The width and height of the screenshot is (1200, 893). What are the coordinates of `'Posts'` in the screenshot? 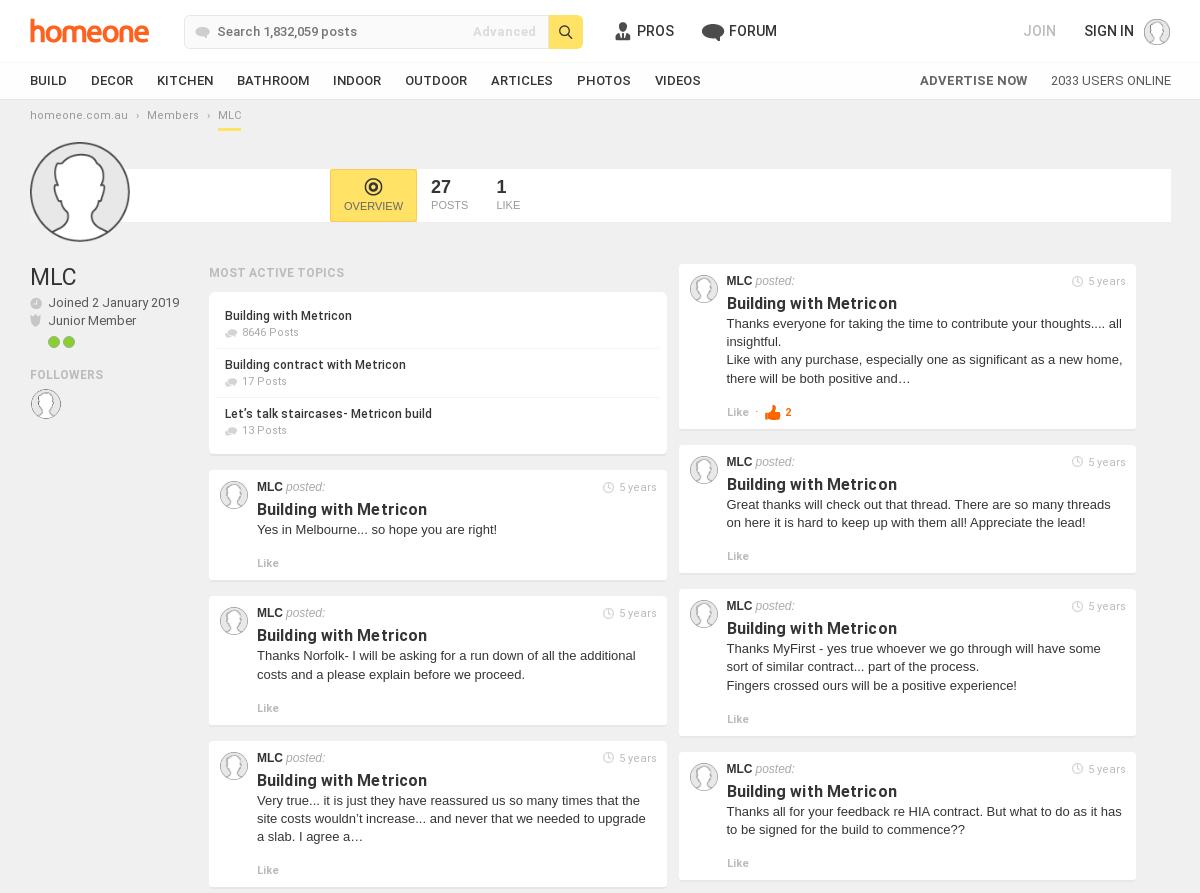 It's located at (449, 204).